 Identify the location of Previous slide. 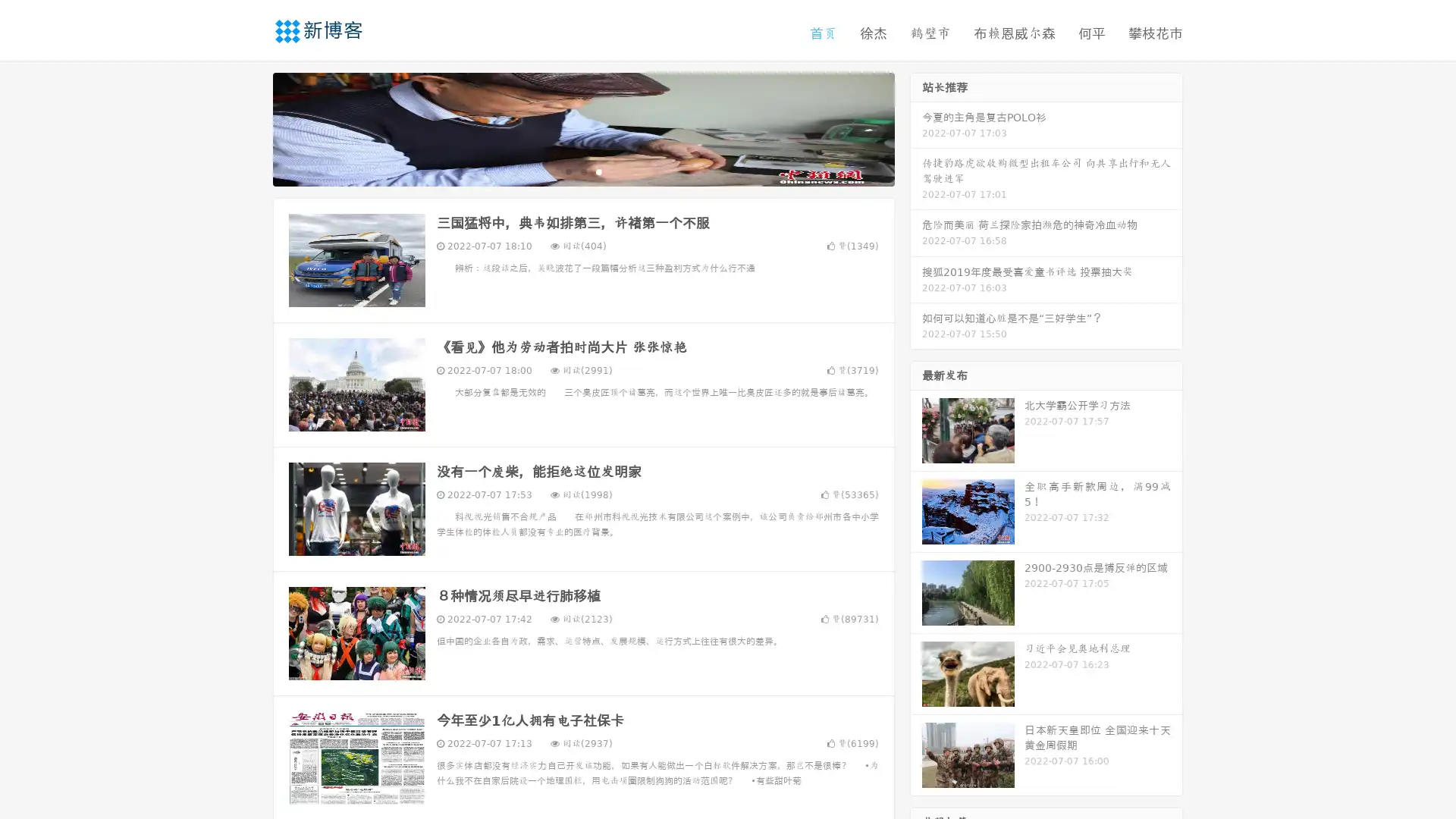
(250, 127).